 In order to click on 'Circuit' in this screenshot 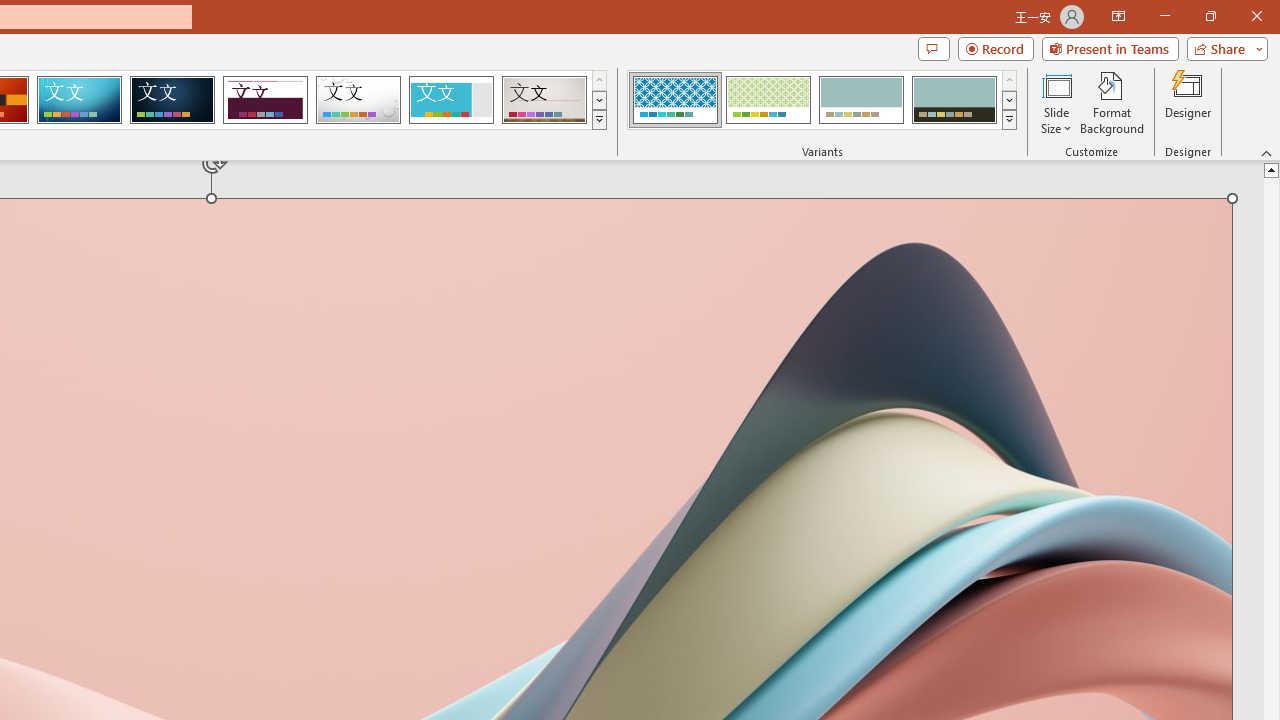, I will do `click(79, 100)`.